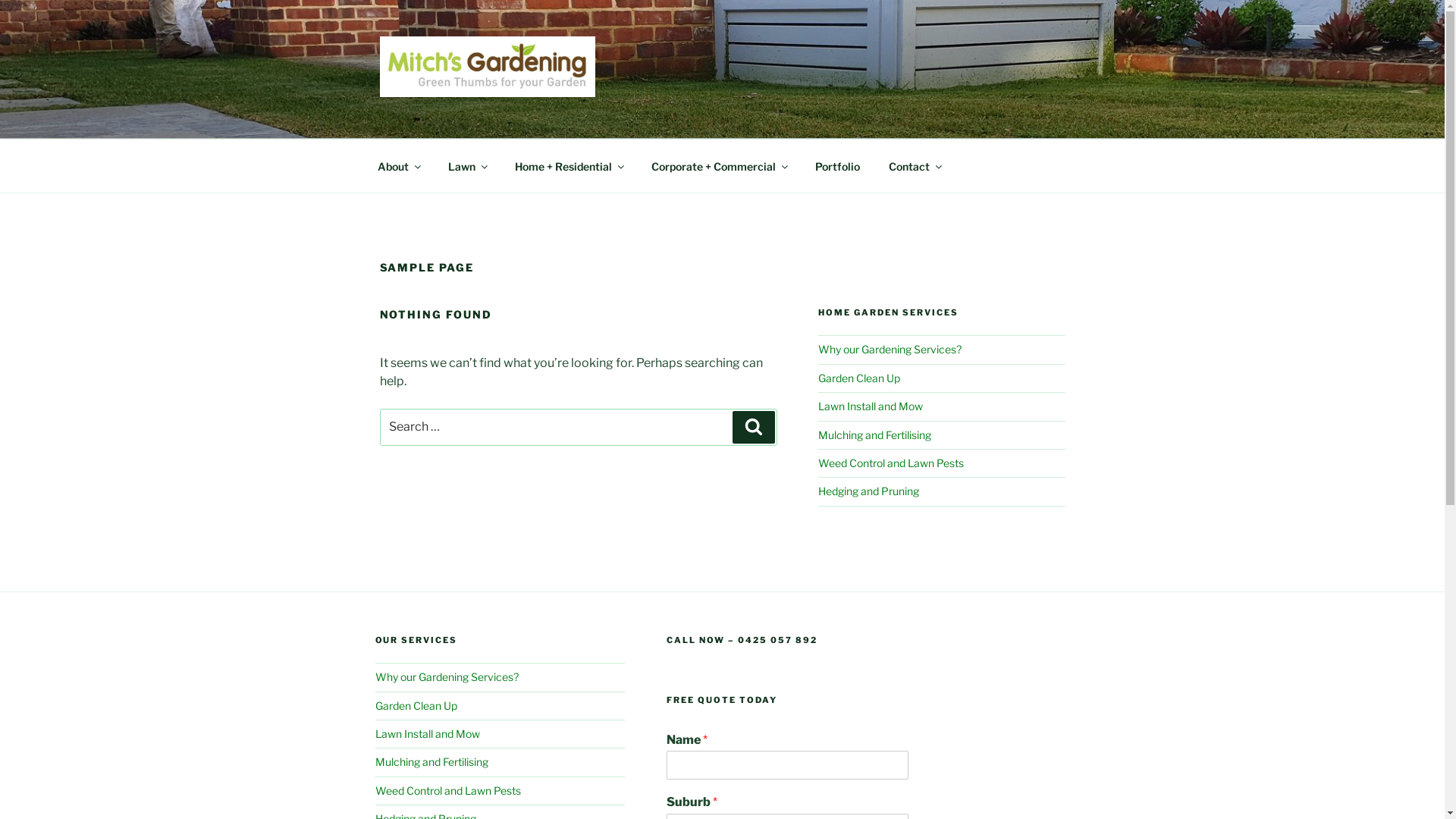  Describe the element at coordinates (753, 427) in the screenshot. I see `'Search'` at that location.